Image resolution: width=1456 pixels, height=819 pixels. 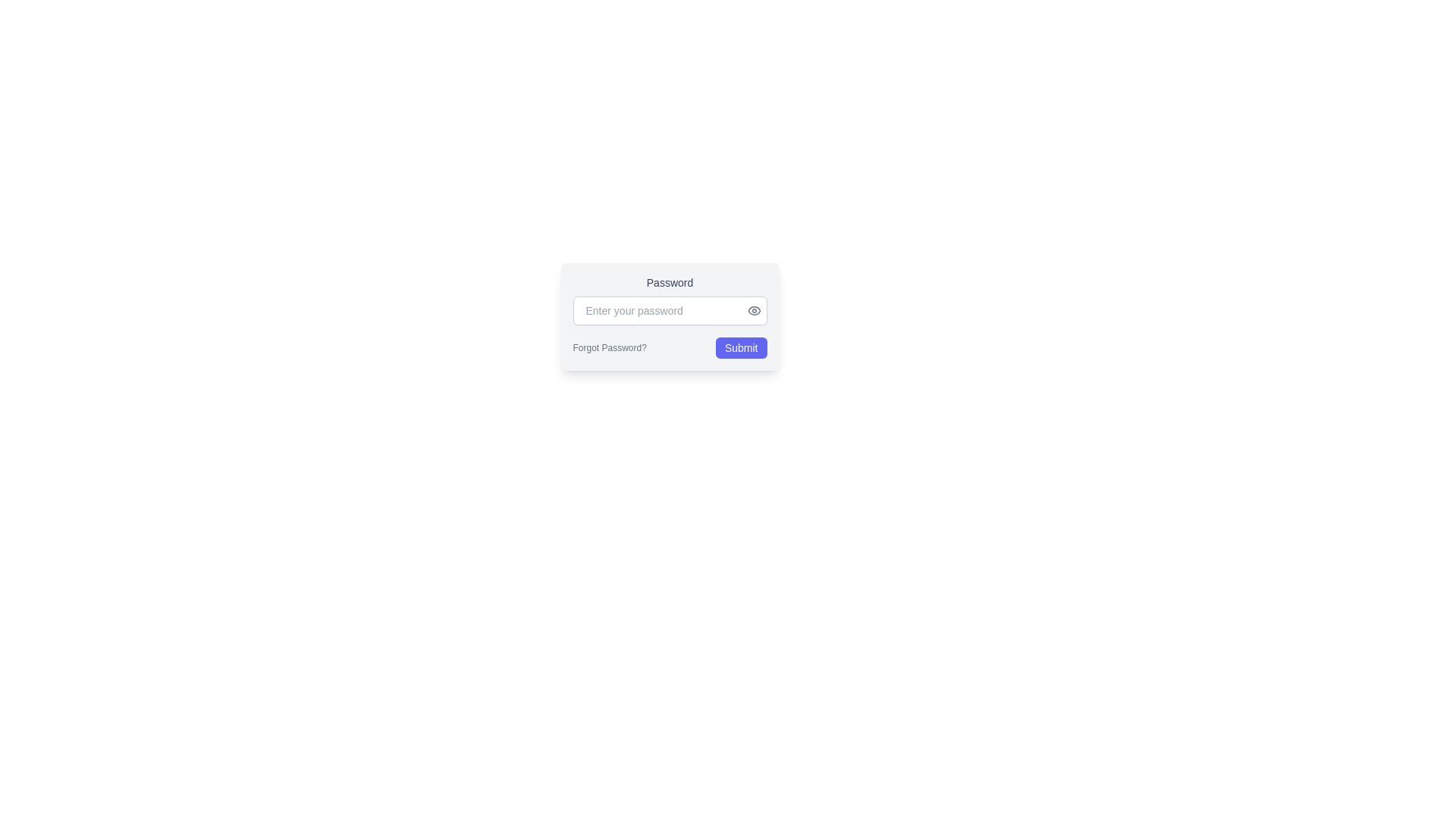 What do you see at coordinates (741, 348) in the screenshot?
I see `the 'Submit' button, which is indigo-colored with white text` at bounding box center [741, 348].